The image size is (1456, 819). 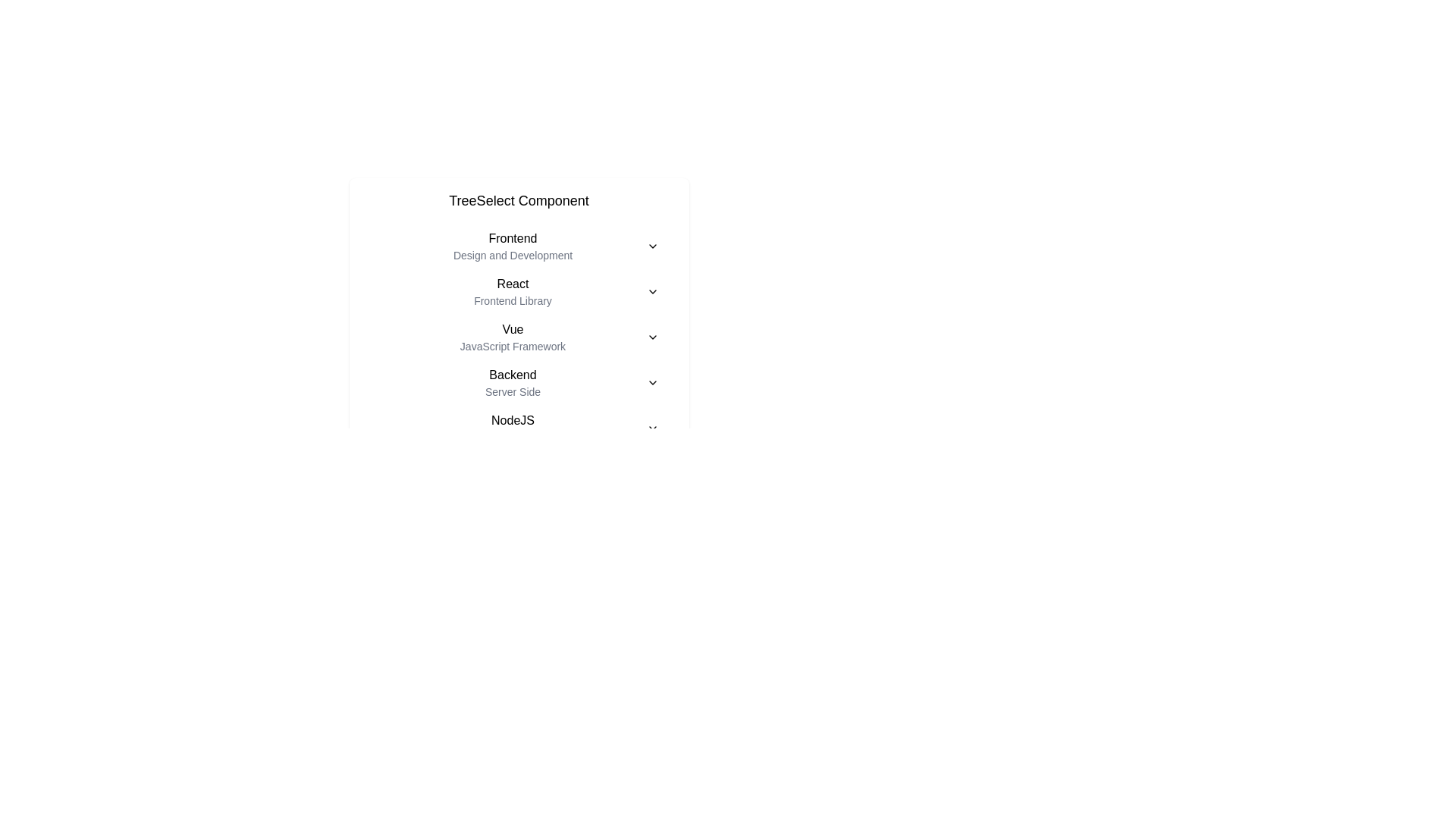 What do you see at coordinates (519, 292) in the screenshot?
I see `the Tree select item labeled 'FrontendDesign and DevelopmentReactFrontend LibraryVueJavaScript Framework' which is the second option in the 'Frontend' branch of the hierarchy` at bounding box center [519, 292].